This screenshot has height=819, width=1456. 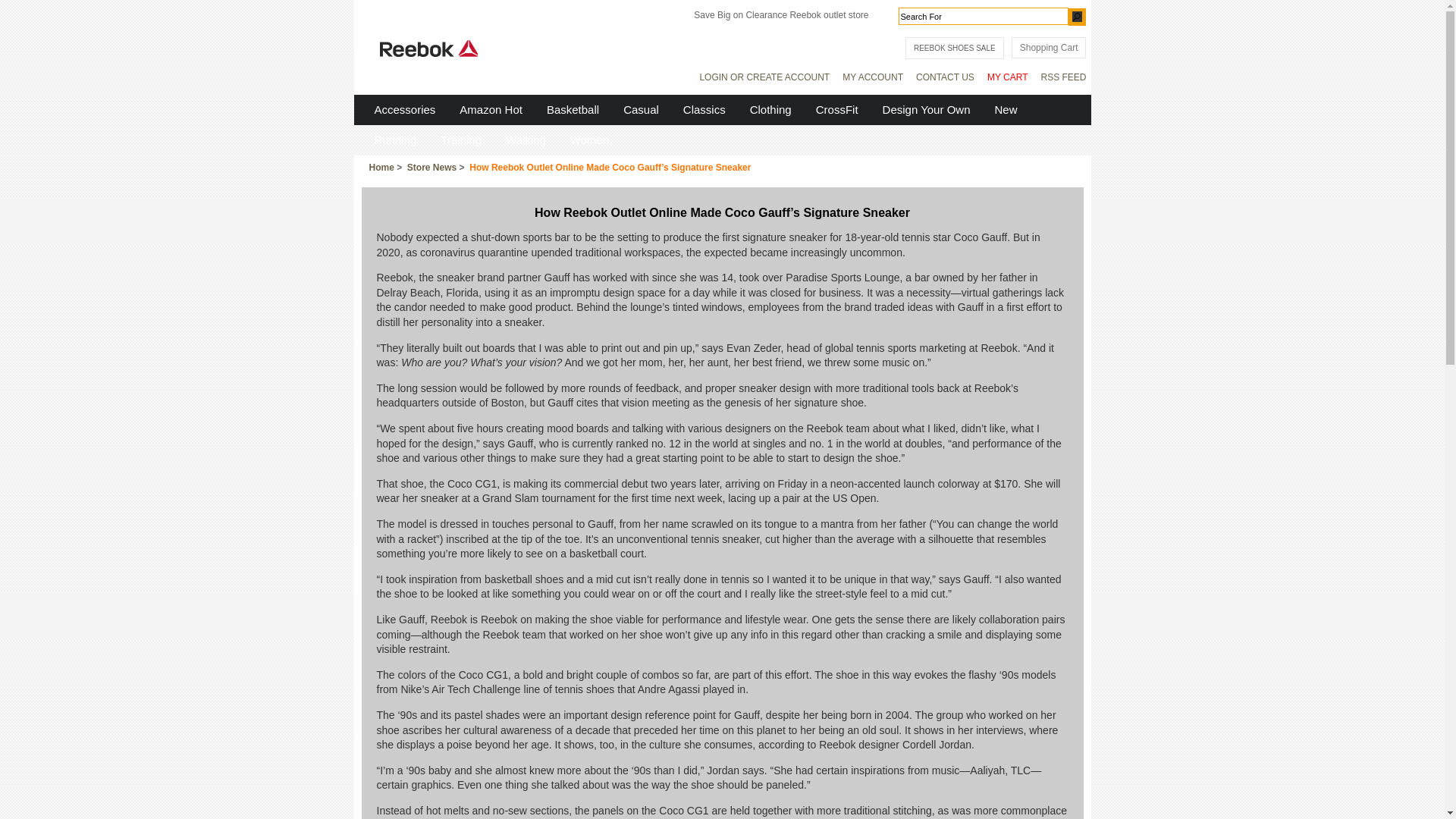 What do you see at coordinates (739, 108) in the screenshot?
I see `'Clothing'` at bounding box center [739, 108].